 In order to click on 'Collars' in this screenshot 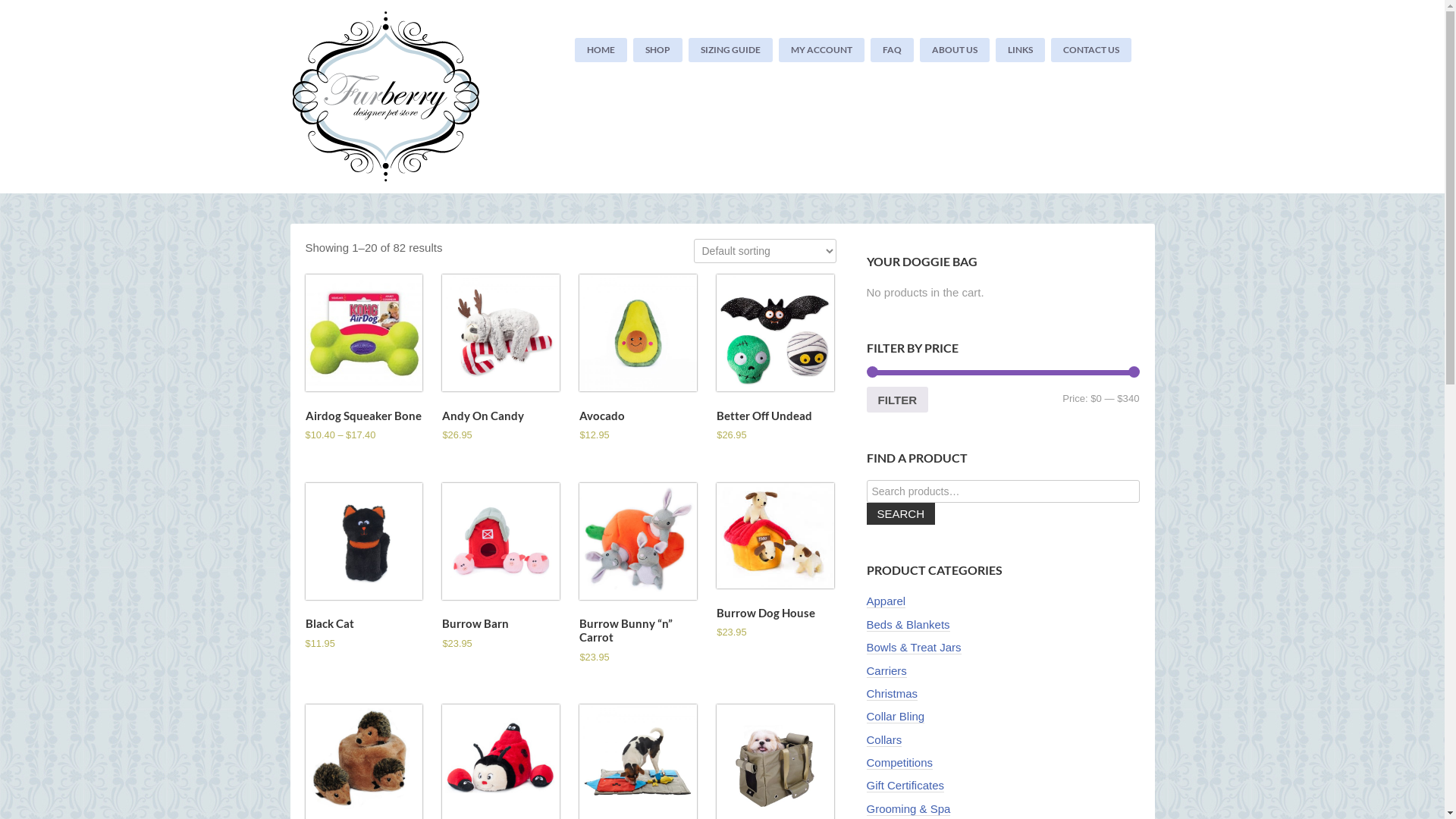, I will do `click(883, 739)`.